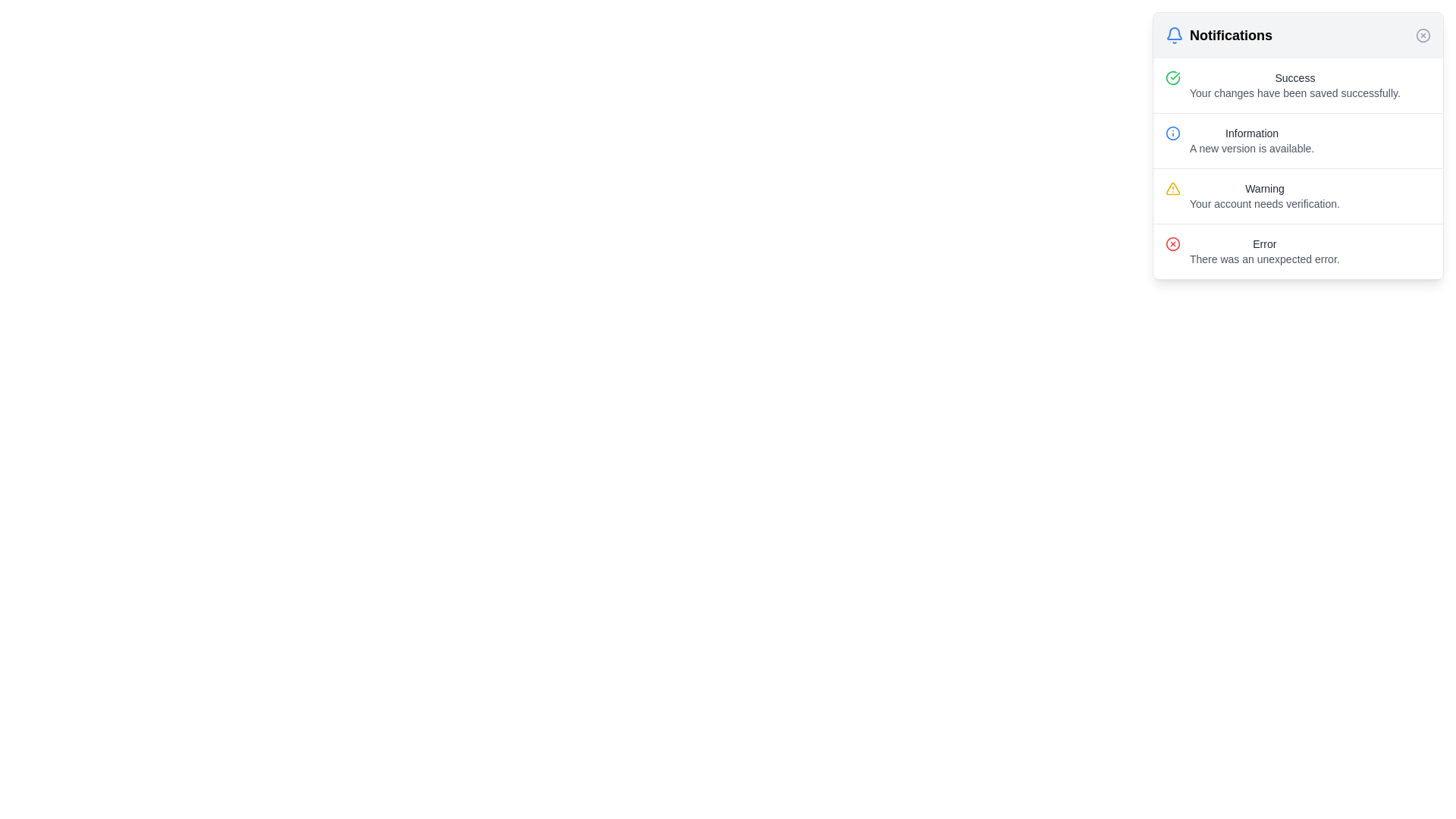 This screenshot has height=819, width=1456. Describe the element at coordinates (1264, 243) in the screenshot. I see `the 'Error' text label, which is displayed in a small, medium-weight, gray font within the notification box, located at the bottom section under the 'Error' icon` at that location.